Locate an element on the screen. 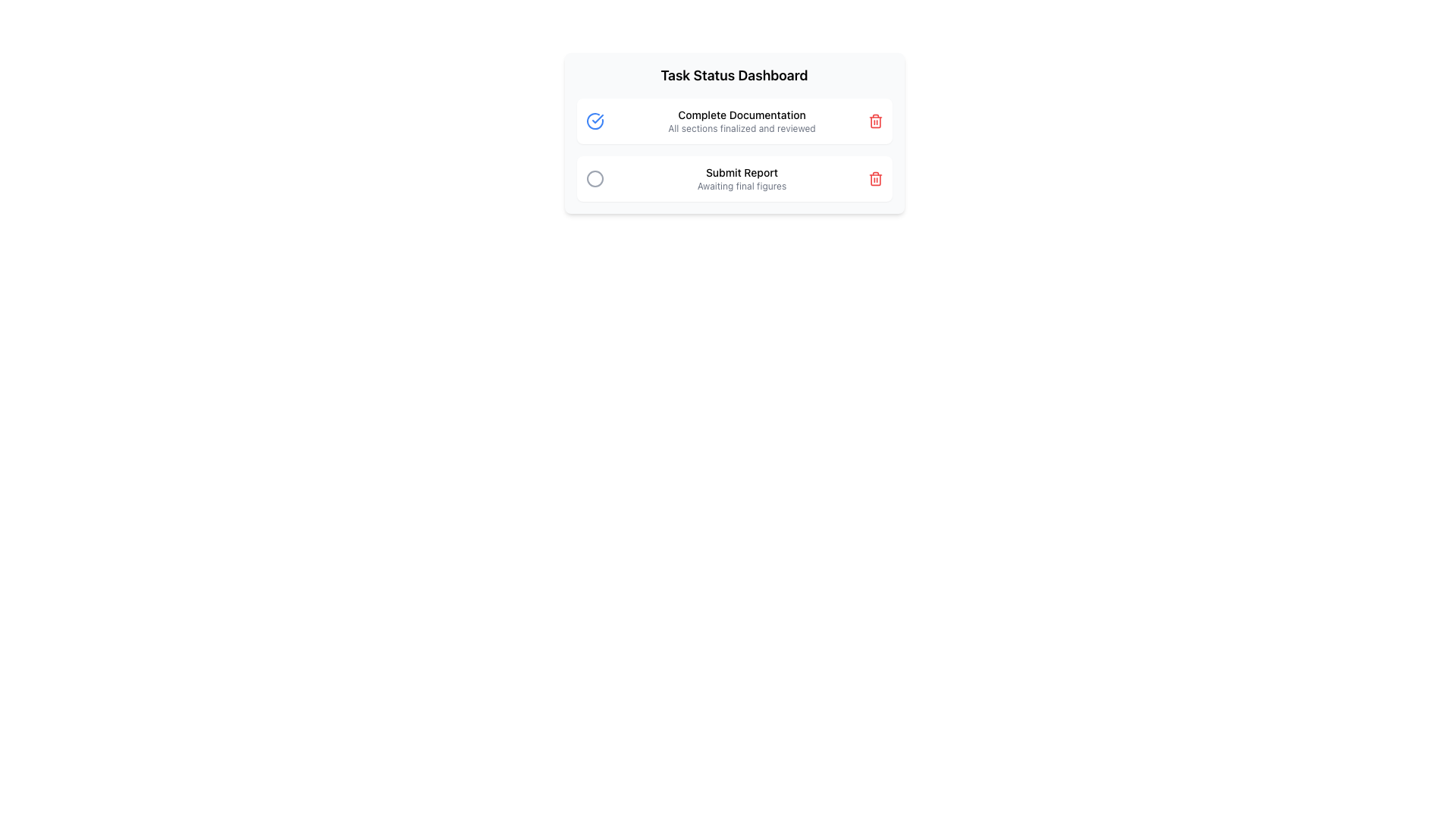  the trash bin icon button located on the right side of the 'Submit Report' row is located at coordinates (875, 177).